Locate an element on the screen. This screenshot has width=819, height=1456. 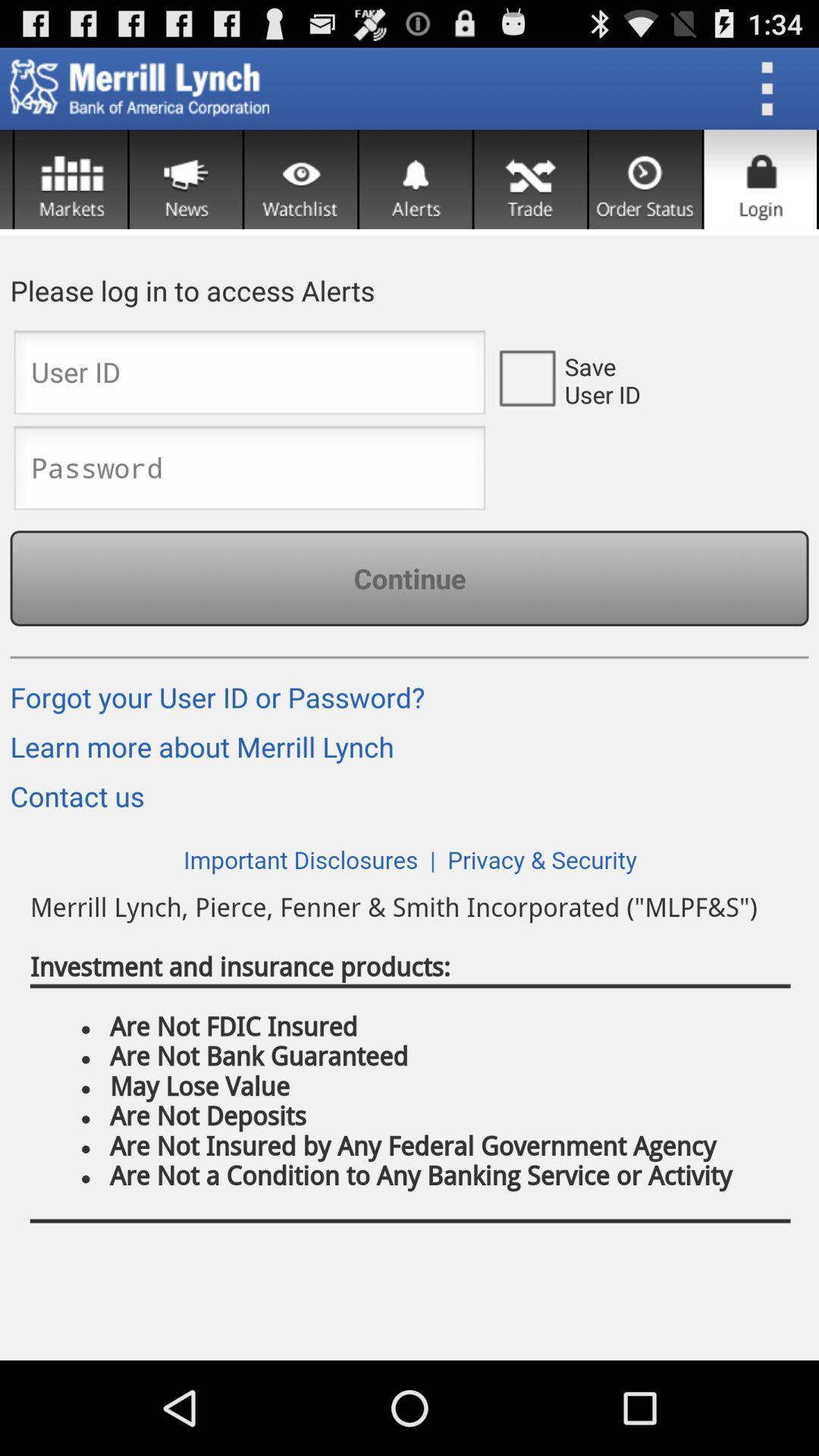
markets icon is located at coordinates (71, 179).